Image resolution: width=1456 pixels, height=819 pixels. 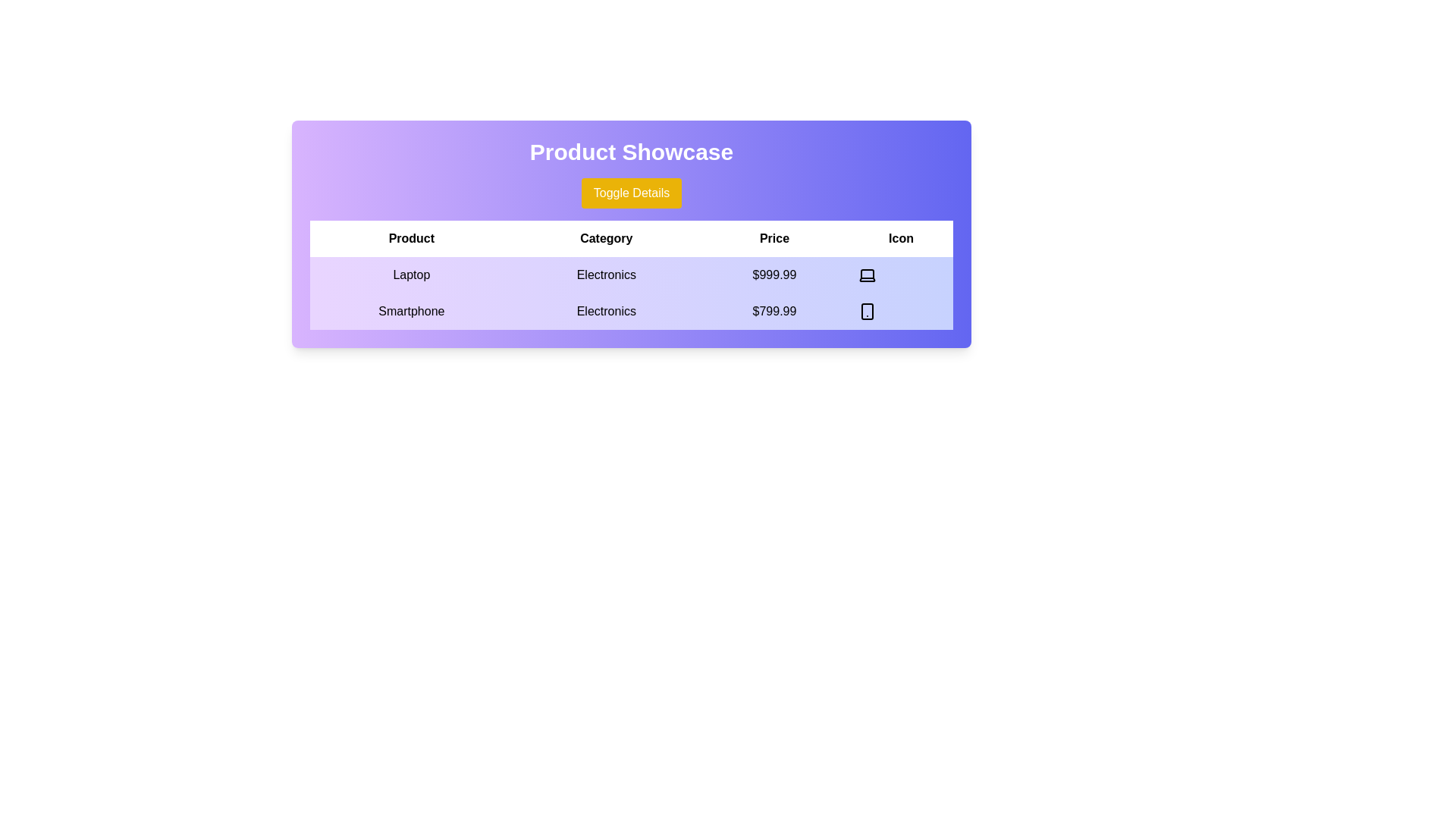 What do you see at coordinates (632, 192) in the screenshot?
I see `the 'Toggle Details' button, which is a rectangular button with rounded corners, a yellow background, and white text` at bounding box center [632, 192].